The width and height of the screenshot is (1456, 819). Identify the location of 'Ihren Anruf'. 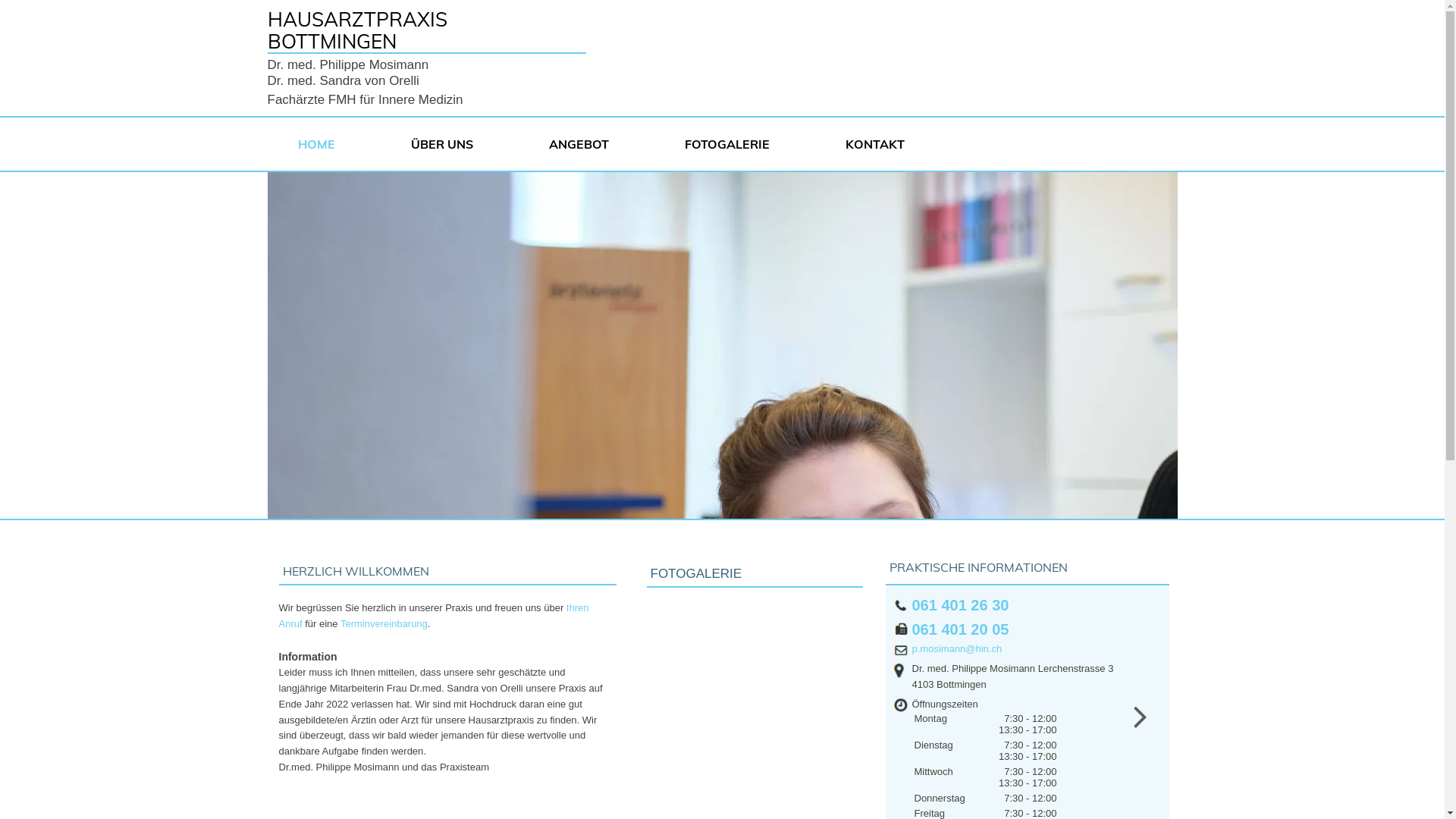
(433, 616).